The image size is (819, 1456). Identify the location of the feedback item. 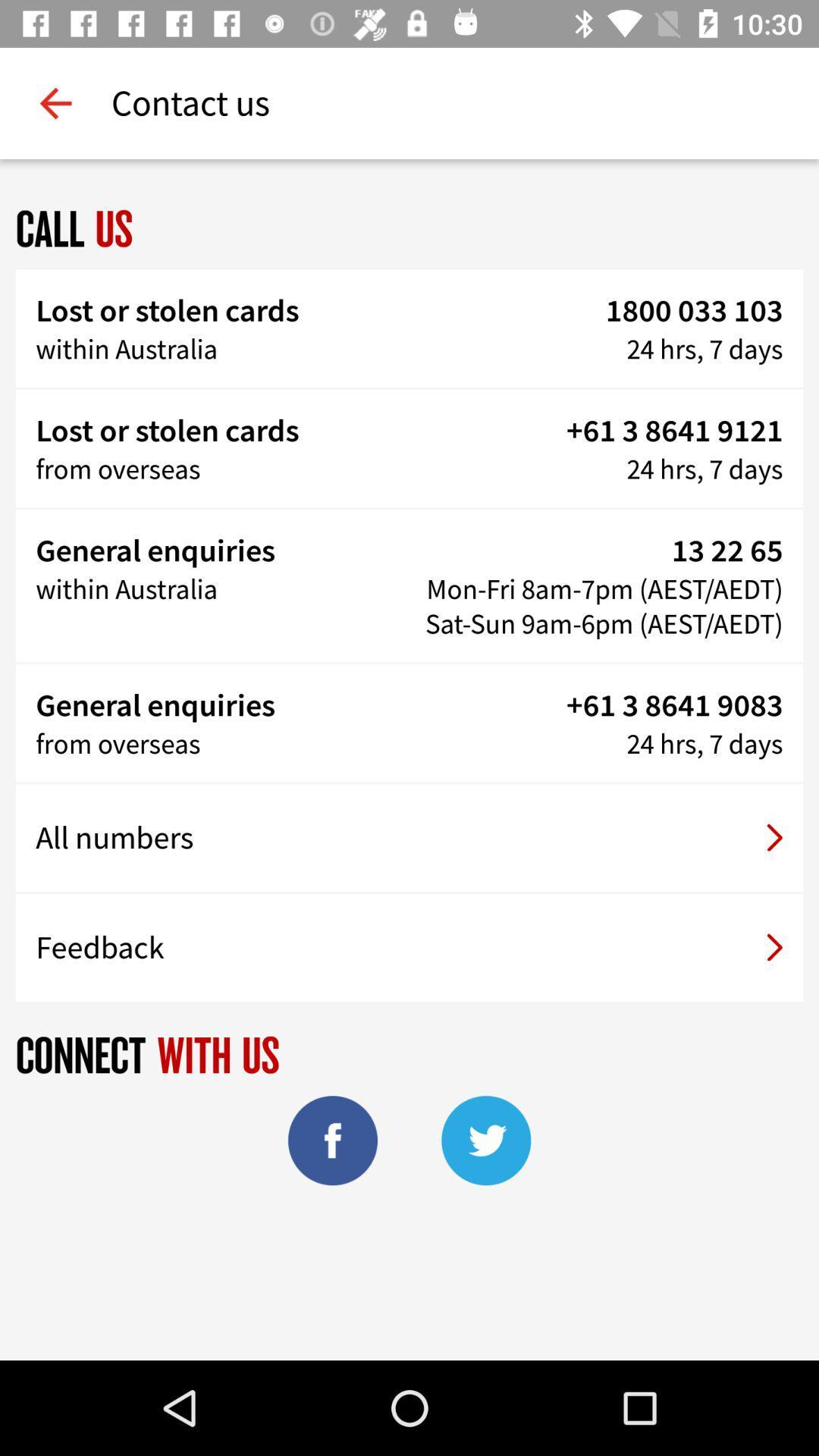
(409, 946).